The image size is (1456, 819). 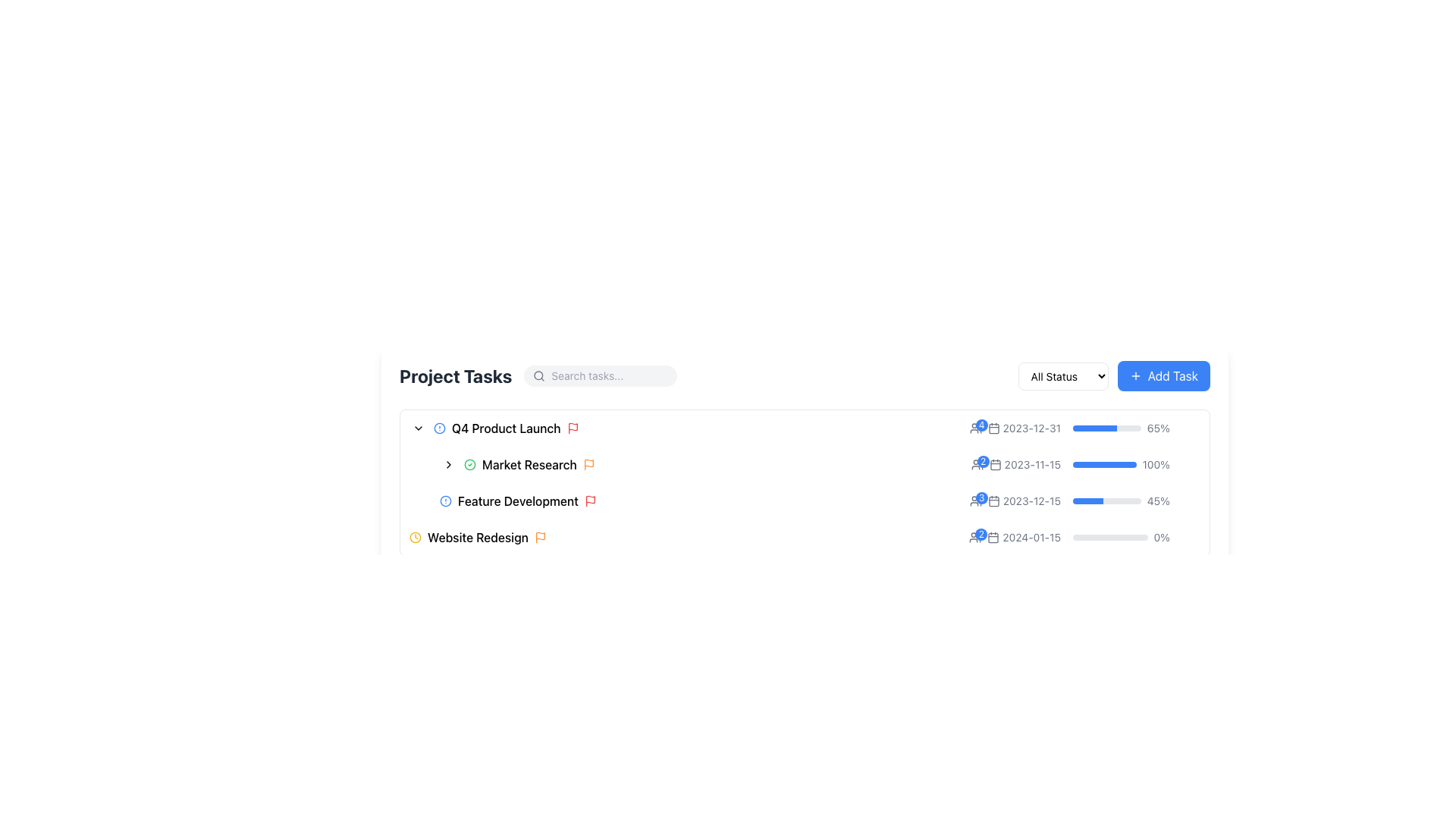 I want to click on the 'Feature Development' task element in the 'Project Tasks' section, so click(x=704, y=500).